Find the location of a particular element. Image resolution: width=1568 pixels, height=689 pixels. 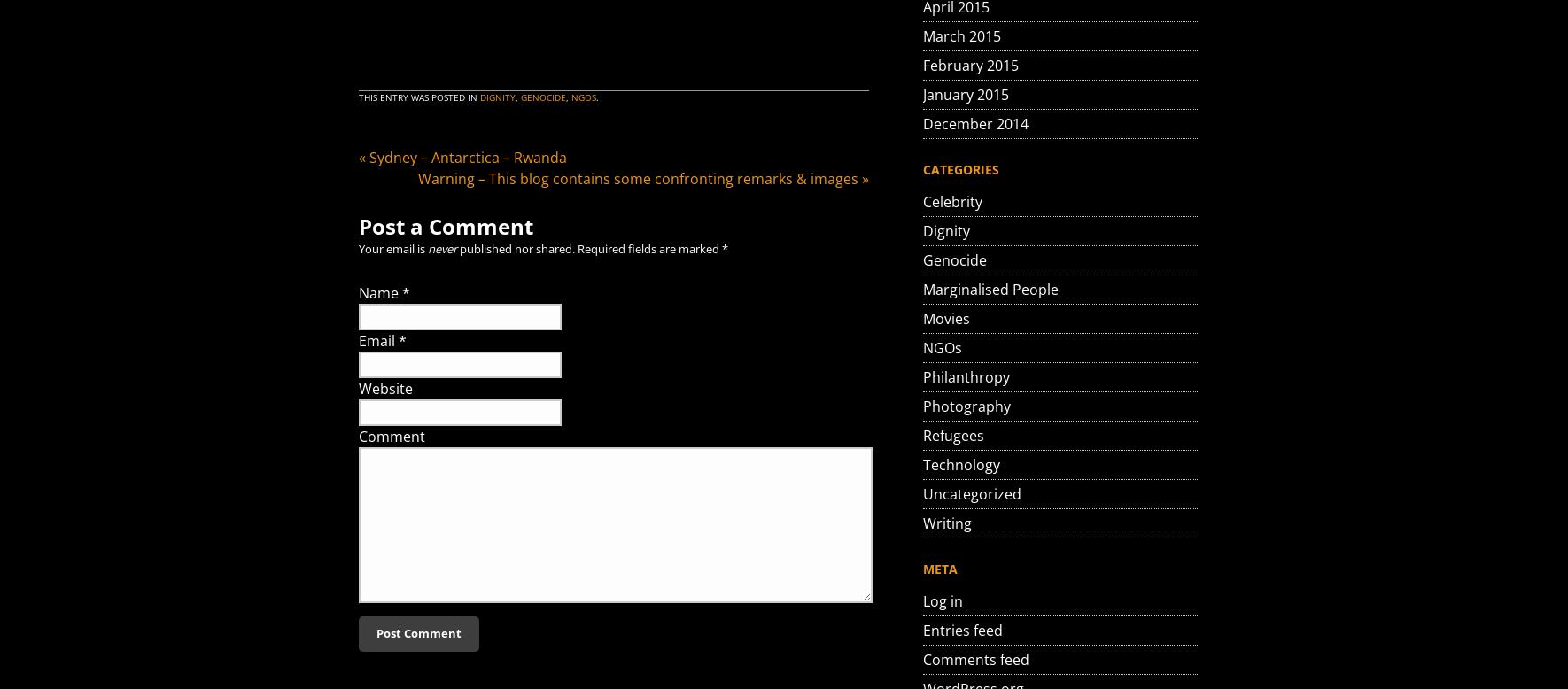

'Celebrity' is located at coordinates (952, 201).